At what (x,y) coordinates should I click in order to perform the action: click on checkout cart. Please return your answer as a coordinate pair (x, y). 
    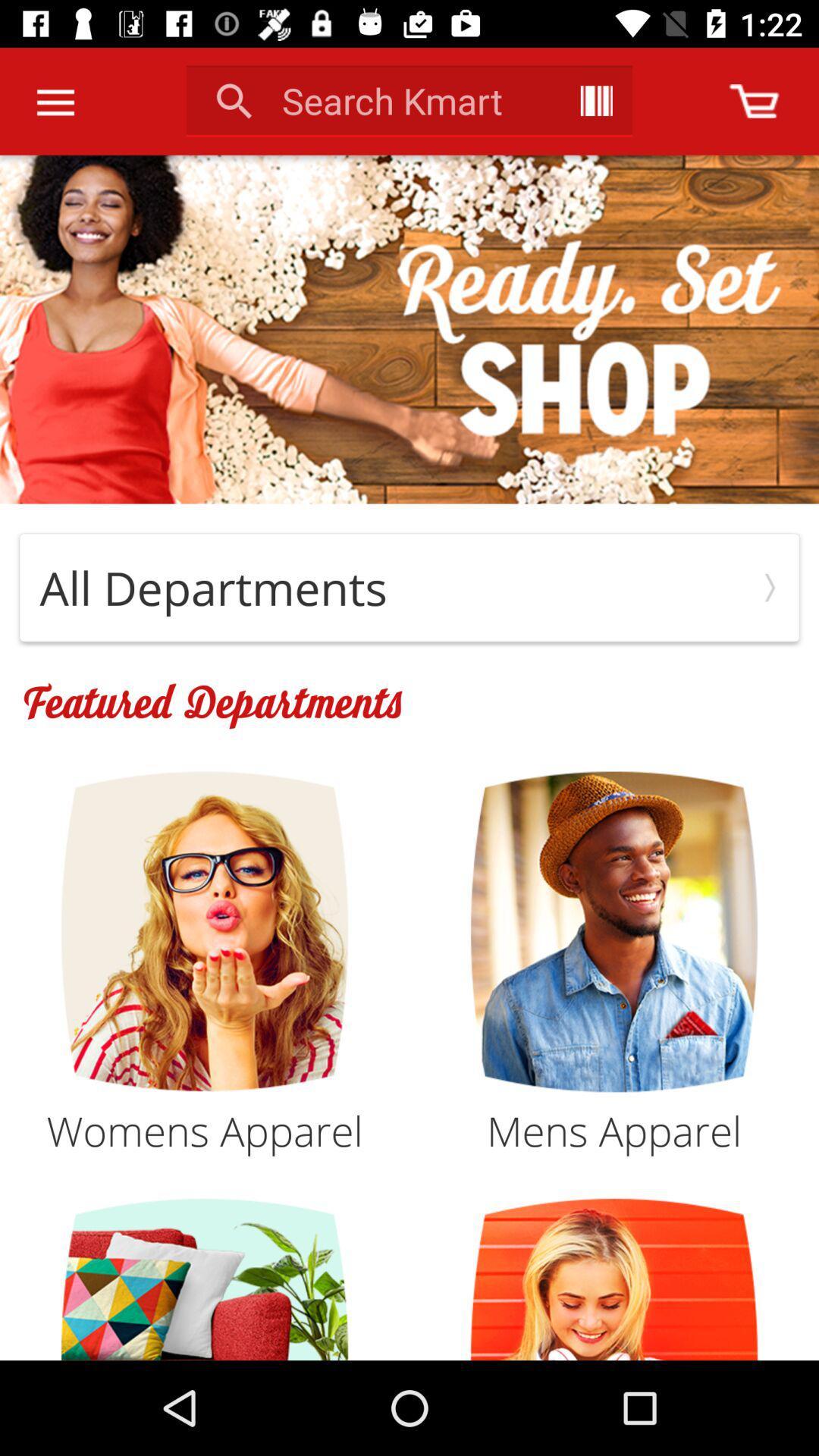
    Looking at the image, I should click on (754, 100).